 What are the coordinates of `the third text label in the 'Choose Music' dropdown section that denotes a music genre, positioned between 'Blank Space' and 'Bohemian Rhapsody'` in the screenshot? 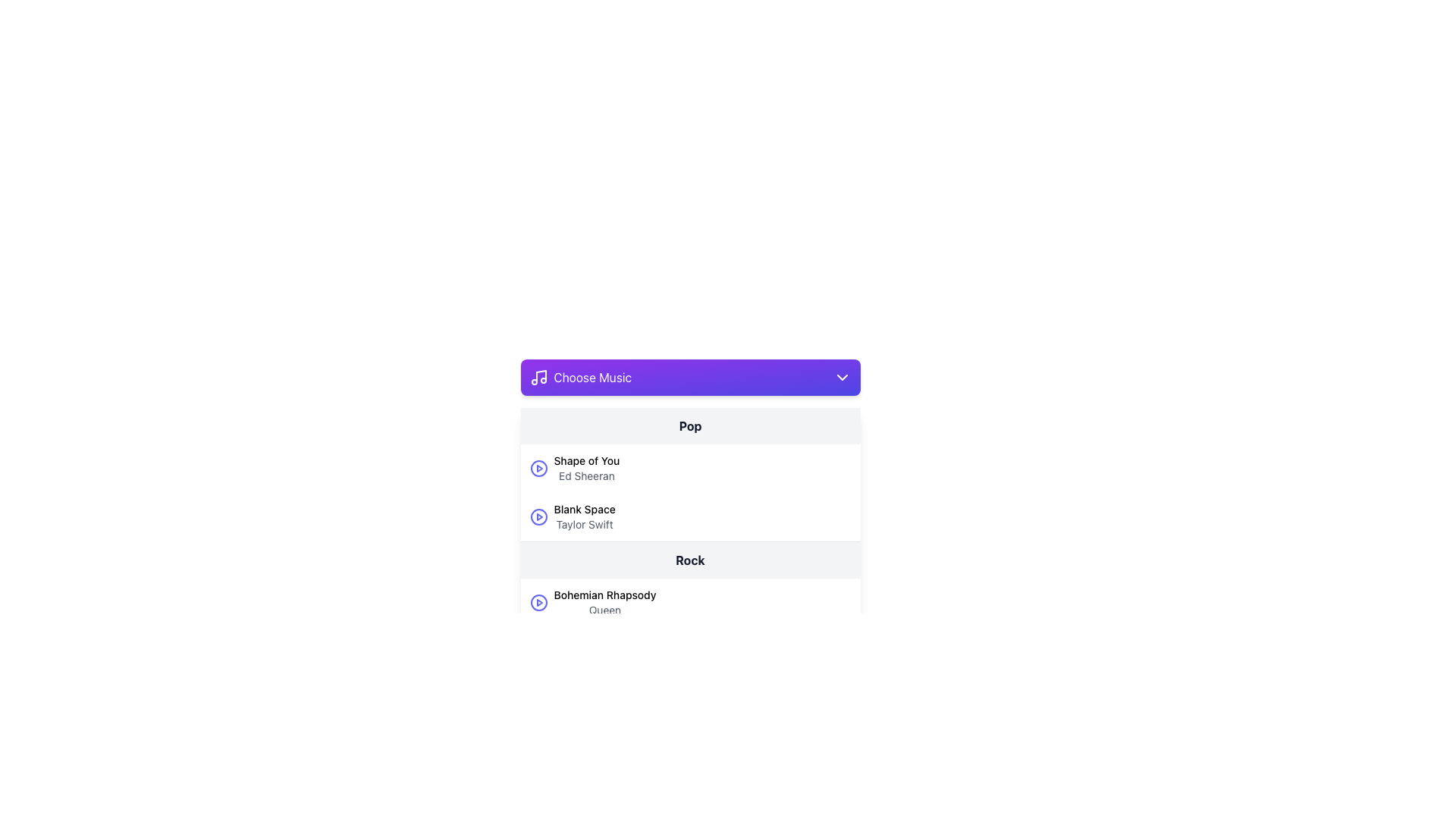 It's located at (689, 560).